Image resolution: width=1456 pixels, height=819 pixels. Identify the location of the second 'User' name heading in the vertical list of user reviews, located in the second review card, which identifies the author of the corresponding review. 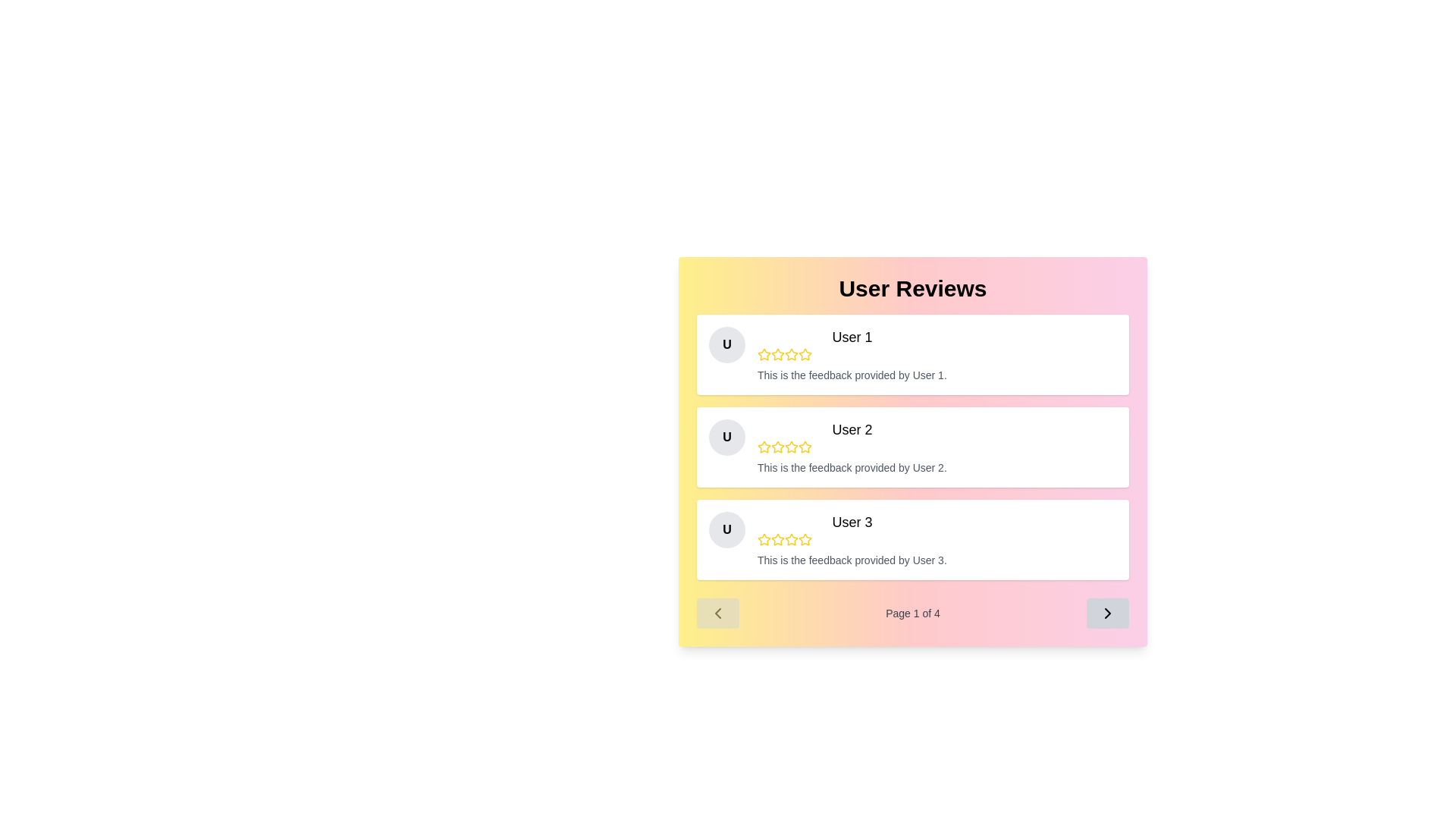
(852, 430).